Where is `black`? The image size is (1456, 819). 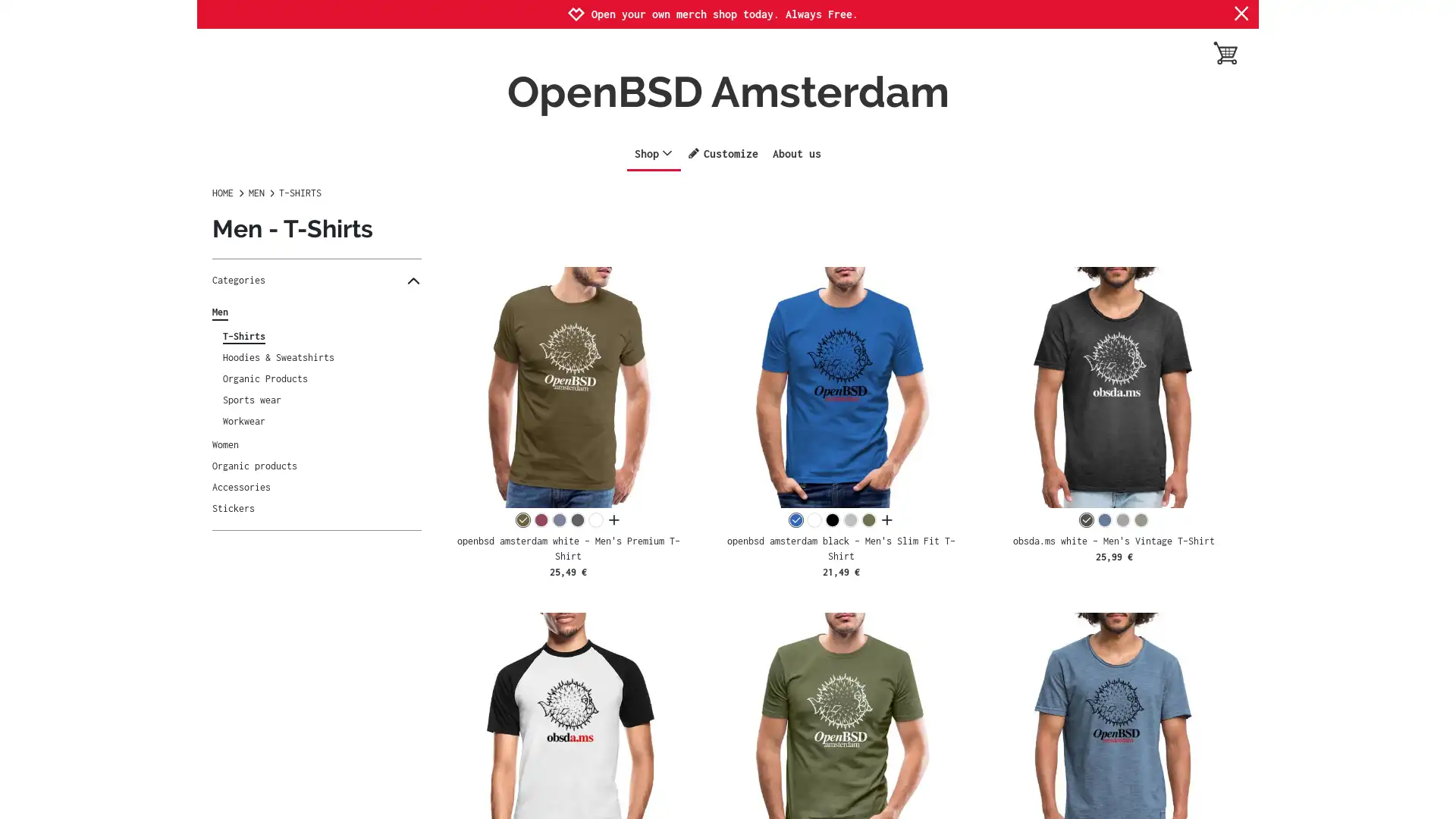
black is located at coordinates (831, 519).